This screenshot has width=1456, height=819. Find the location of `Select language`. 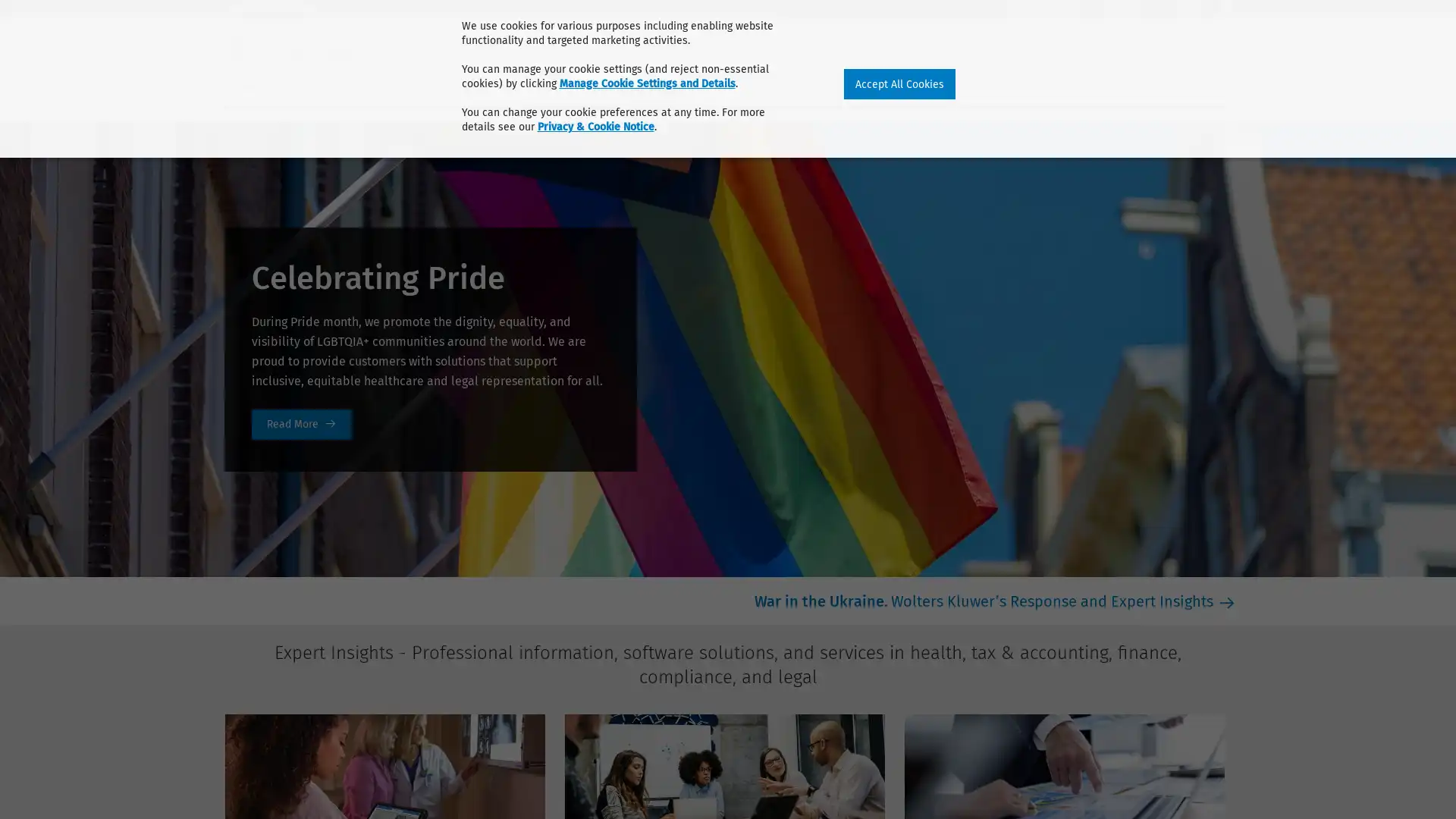

Select language is located at coordinates (1225, 8).